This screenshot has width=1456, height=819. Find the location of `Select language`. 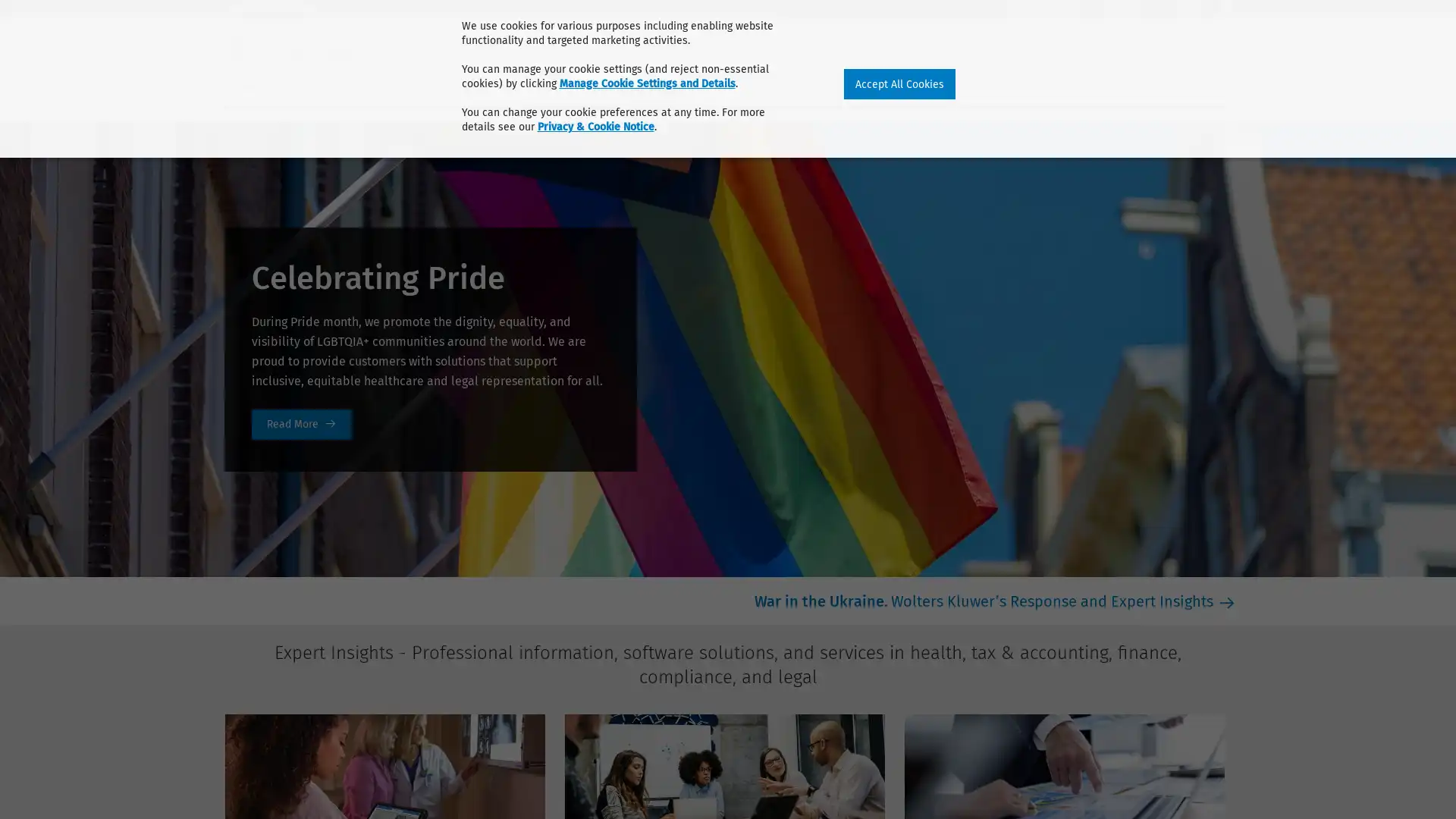

Select language is located at coordinates (1225, 8).